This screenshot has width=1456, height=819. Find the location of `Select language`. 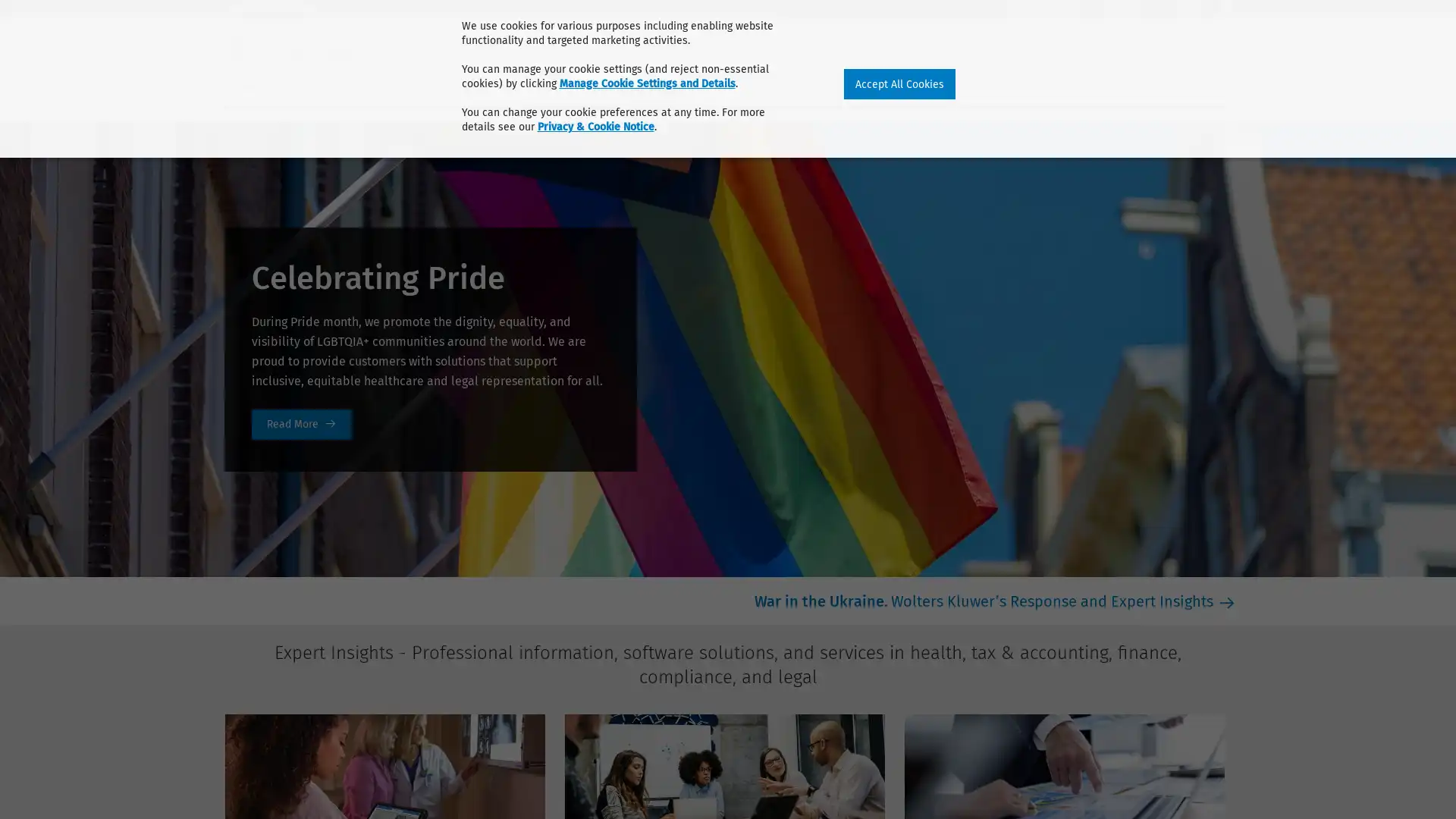

Select language is located at coordinates (1225, 8).